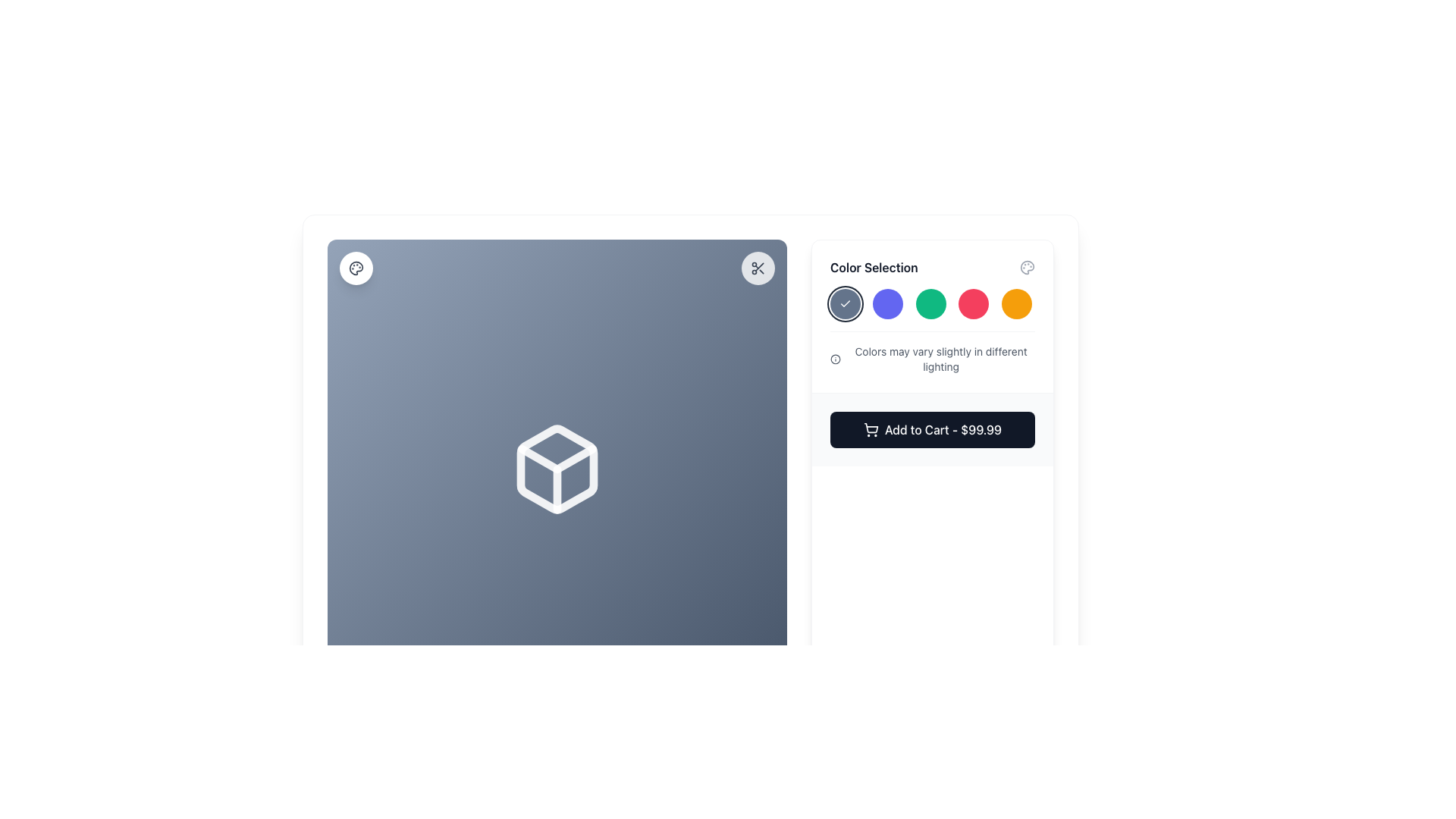  I want to click on the color/style selection toggle button located in the top-left corner above the central icon within the gradient background, so click(356, 268).